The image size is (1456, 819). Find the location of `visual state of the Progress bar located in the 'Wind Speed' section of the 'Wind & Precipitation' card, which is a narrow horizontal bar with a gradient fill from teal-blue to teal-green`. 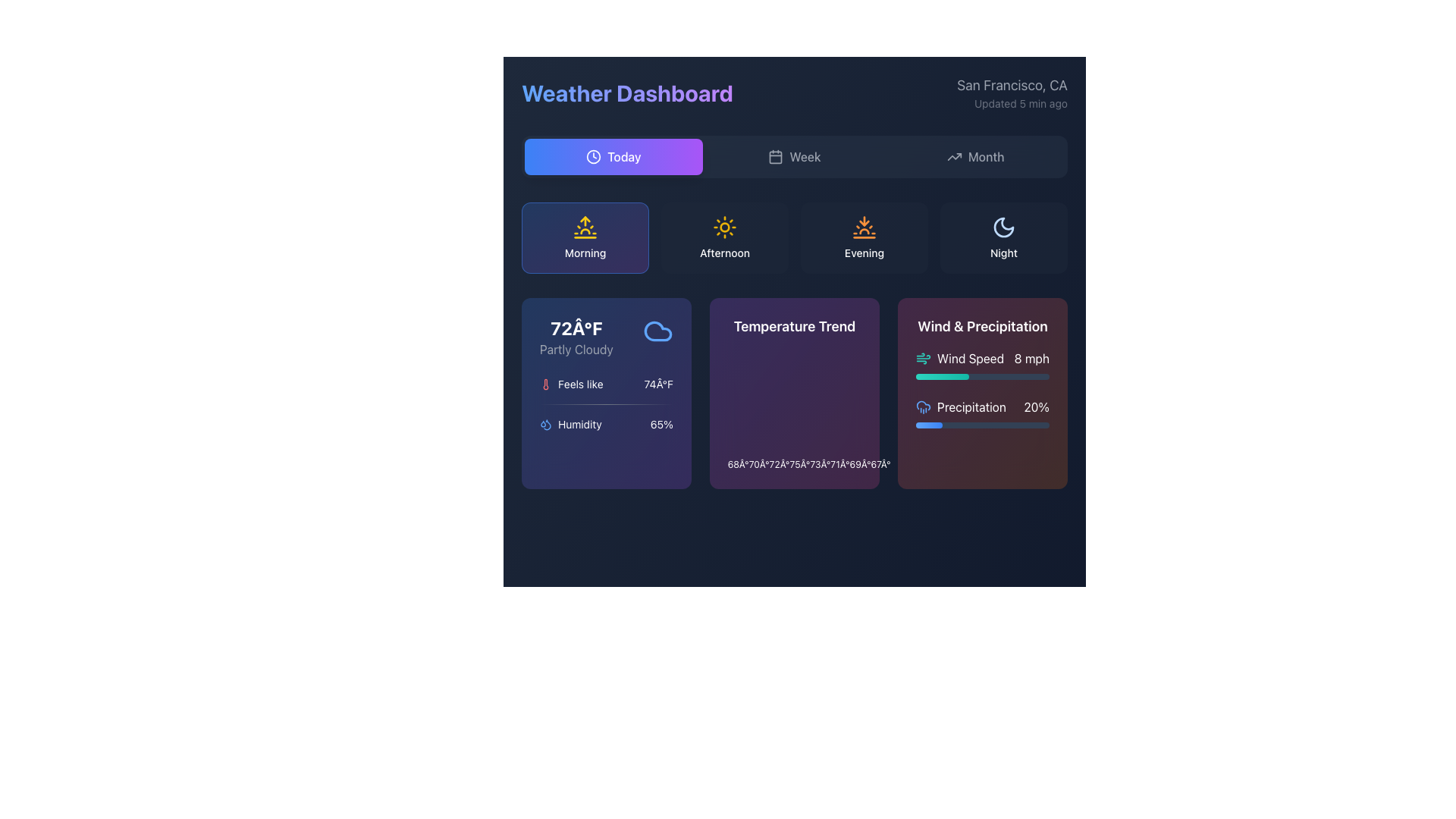

visual state of the Progress bar located in the 'Wind Speed' section of the 'Wind & Precipitation' card, which is a narrow horizontal bar with a gradient fill from teal-blue to teal-green is located at coordinates (942, 376).